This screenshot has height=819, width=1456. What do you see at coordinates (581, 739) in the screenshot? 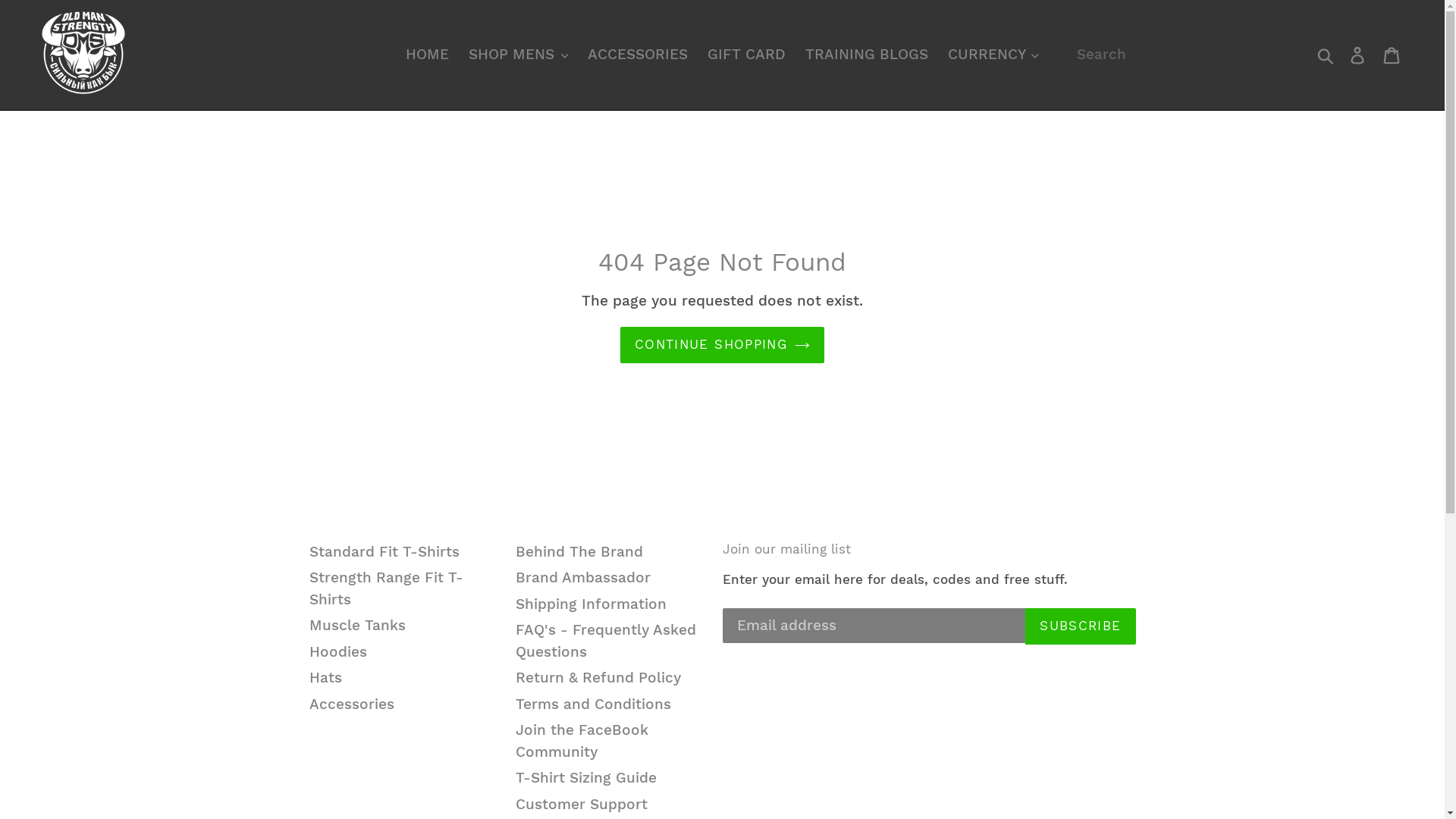
I see `'Join the FaceBook Community'` at bounding box center [581, 739].